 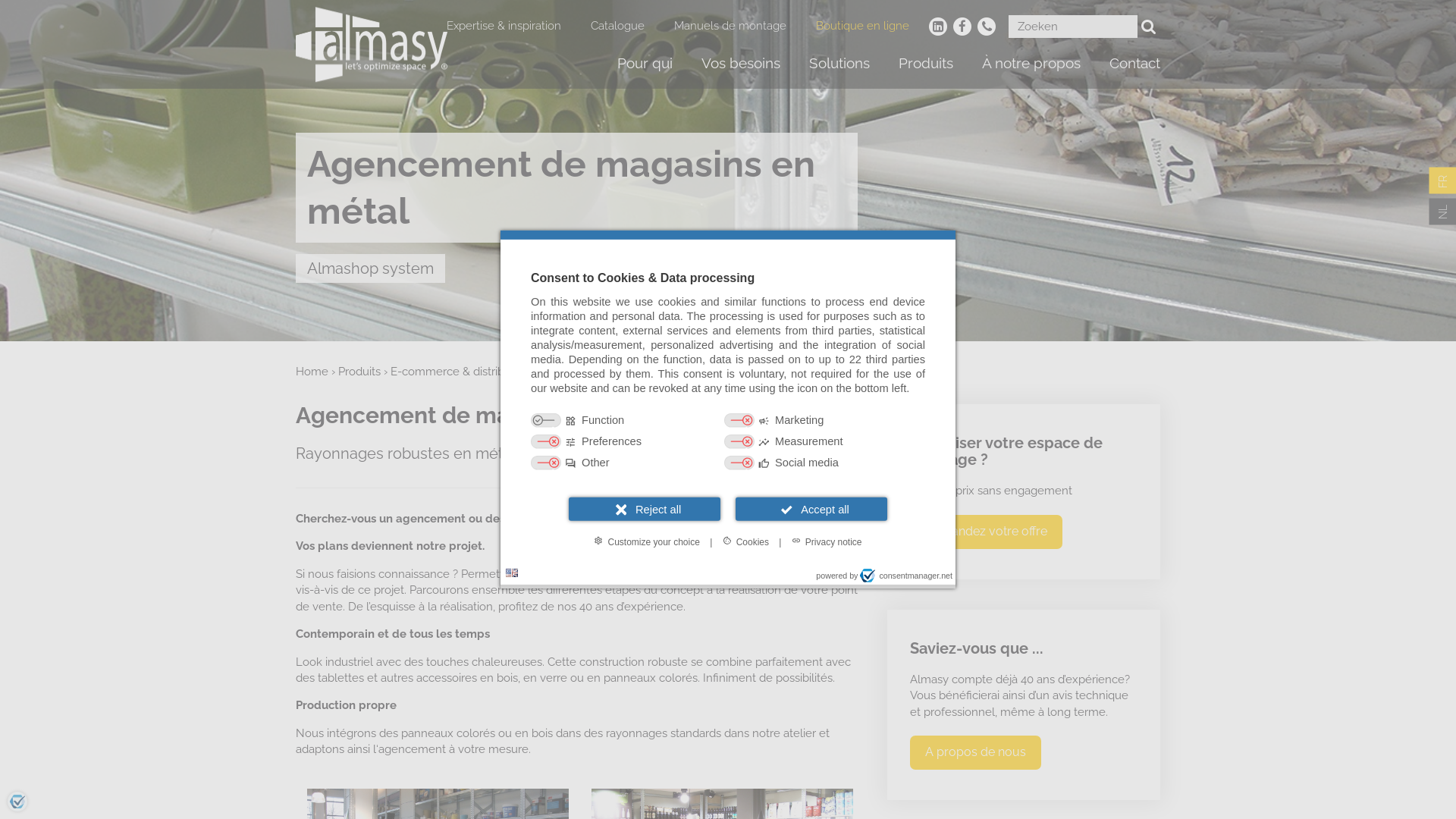 I want to click on 'Accept all', so click(x=811, y=509).